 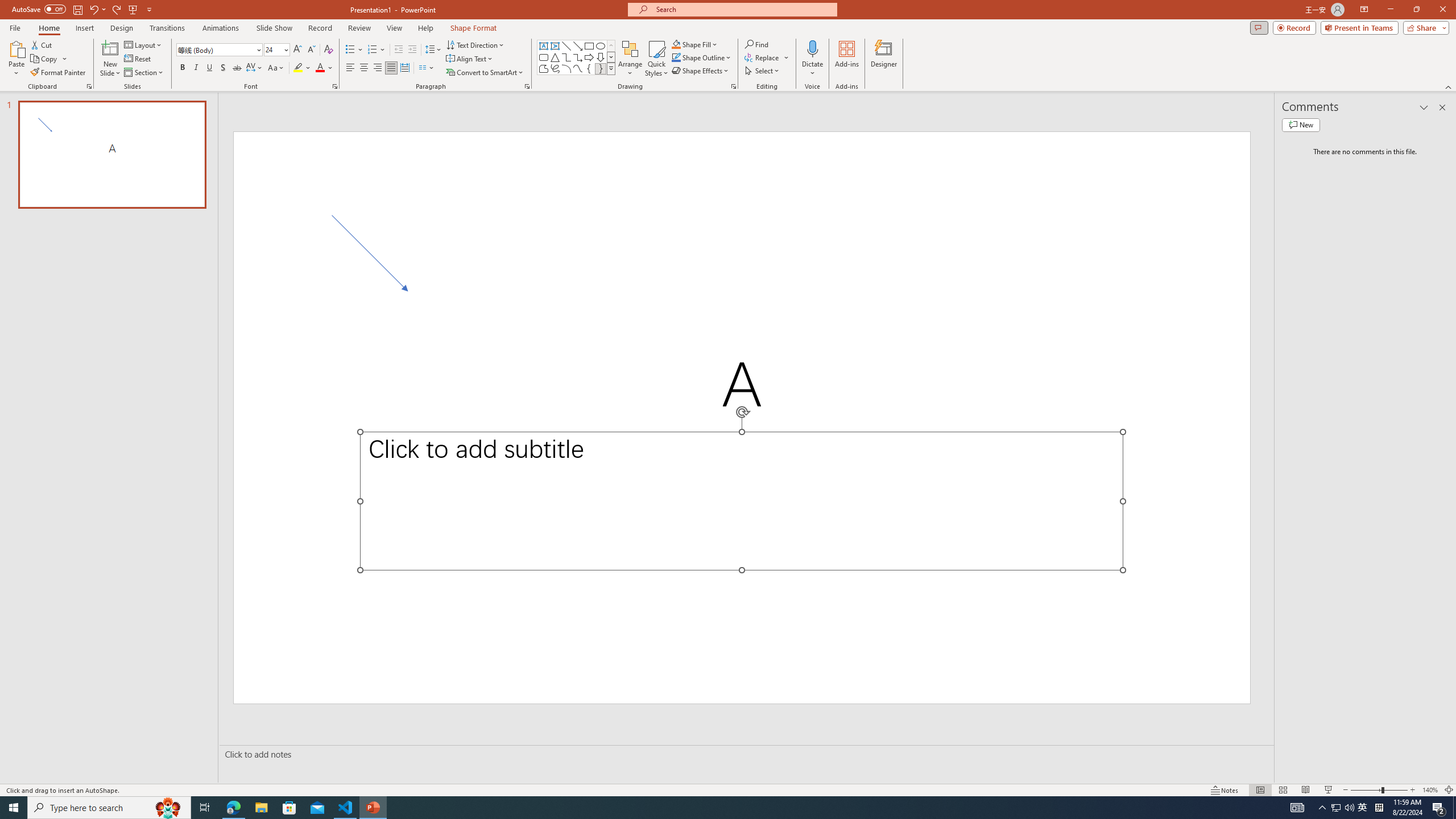 I want to click on 'Shape Format', so click(x=473, y=28).